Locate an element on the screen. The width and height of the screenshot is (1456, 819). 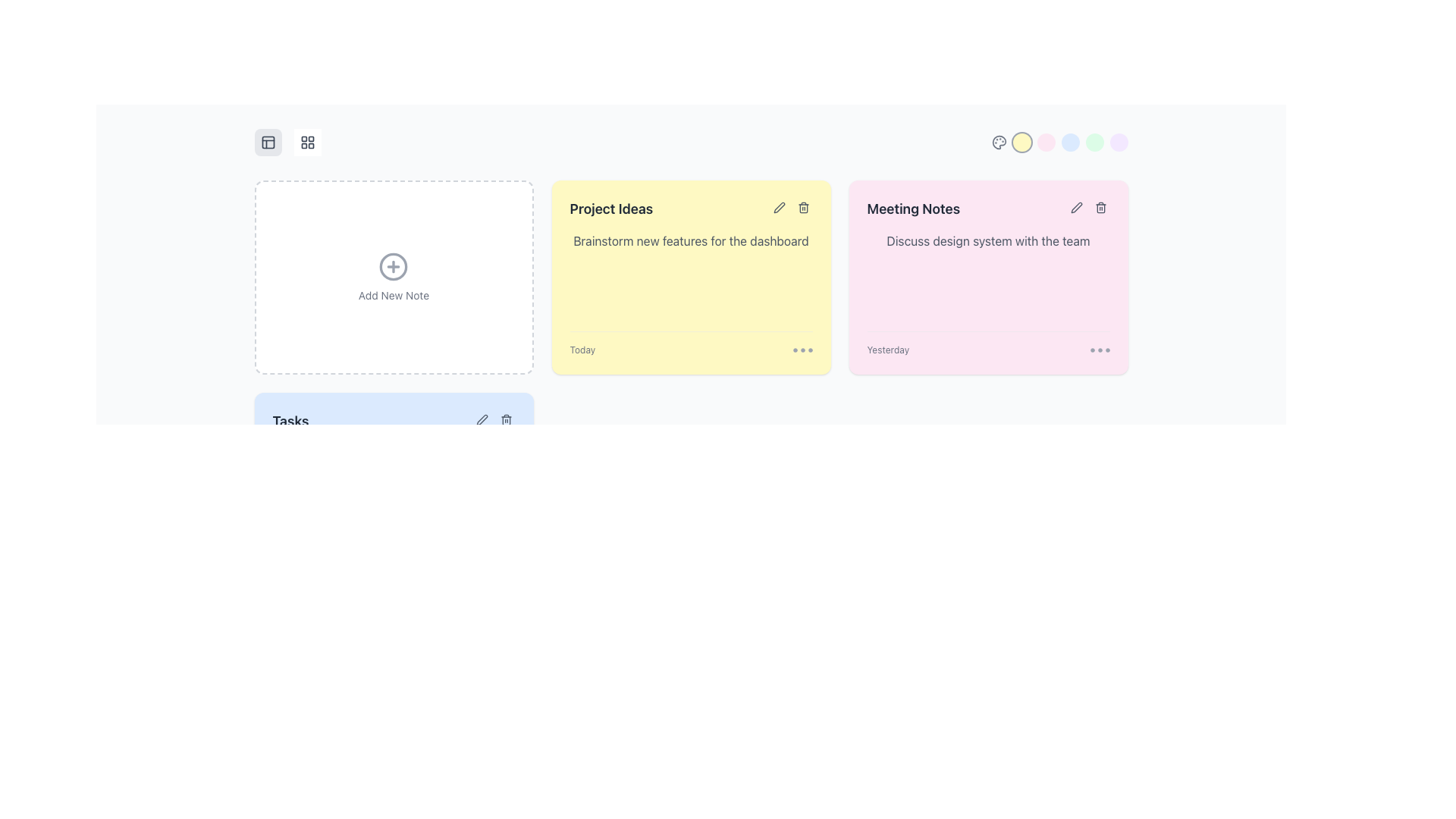
the interactive icon in the top-right corner of the 'Project Ideas' card is located at coordinates (779, 207).